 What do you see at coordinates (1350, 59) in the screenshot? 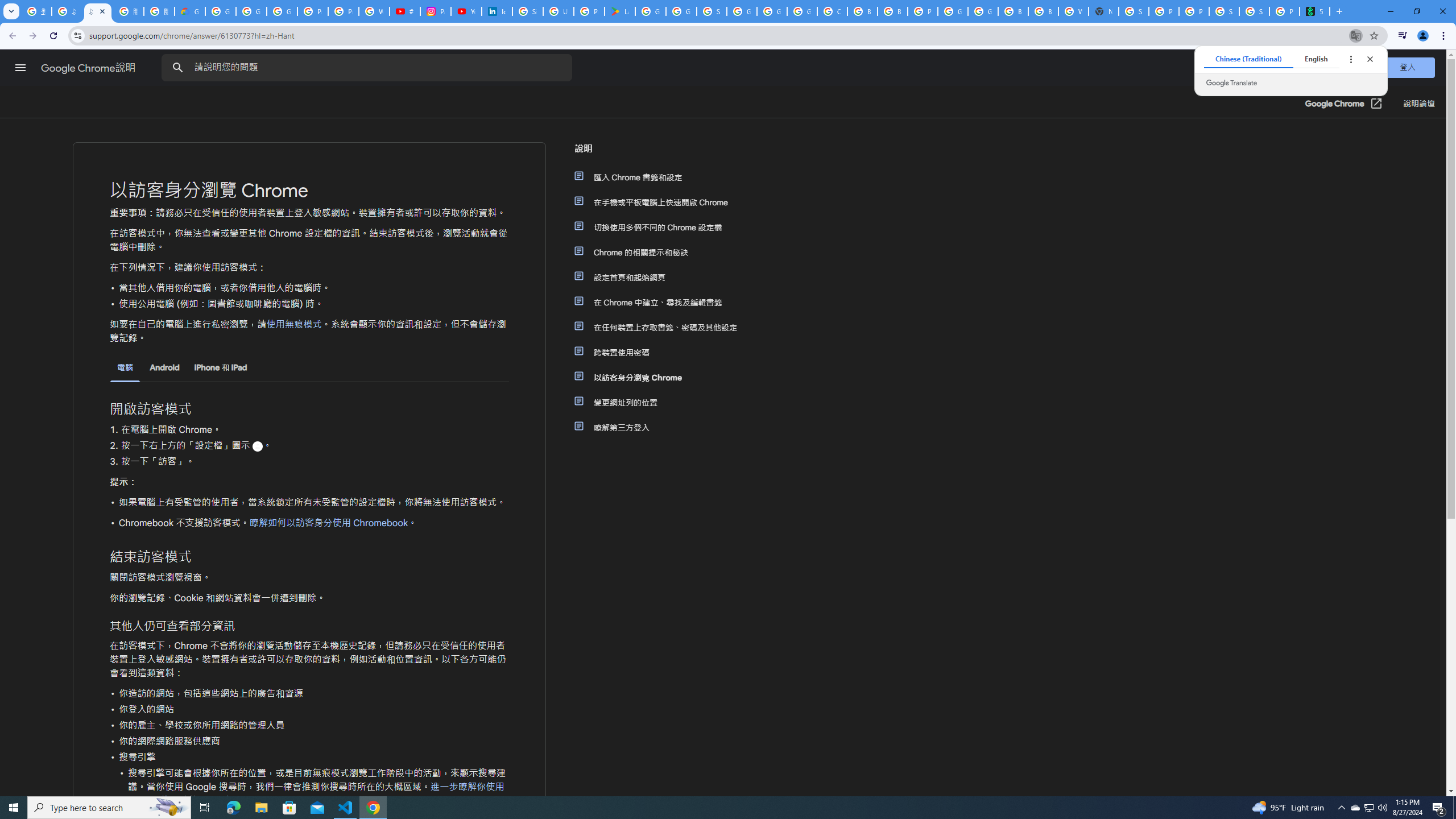
I see `'Translate options'` at bounding box center [1350, 59].